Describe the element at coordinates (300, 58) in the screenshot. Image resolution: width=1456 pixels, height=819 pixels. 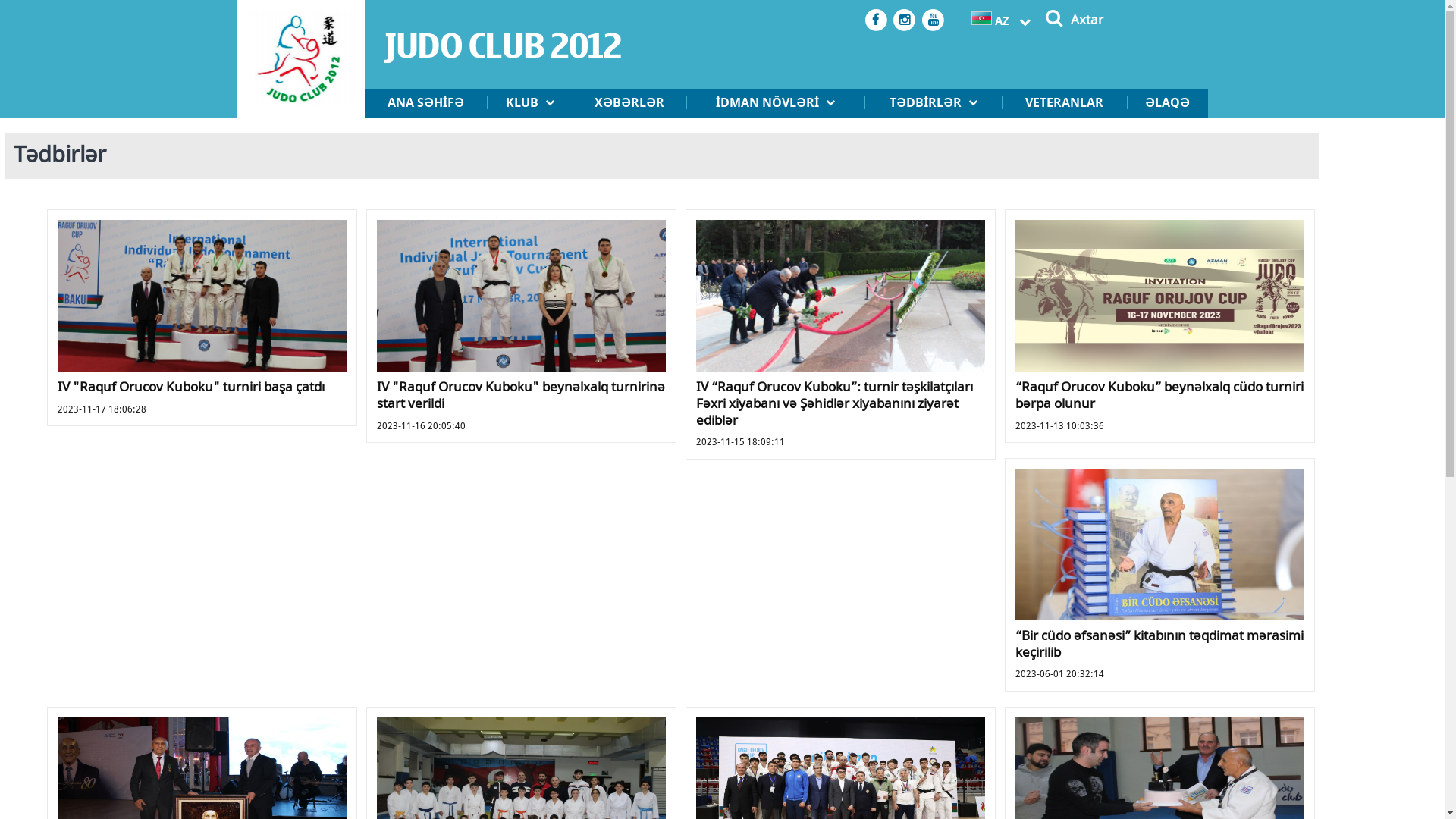
I see `'logo.png'` at that location.